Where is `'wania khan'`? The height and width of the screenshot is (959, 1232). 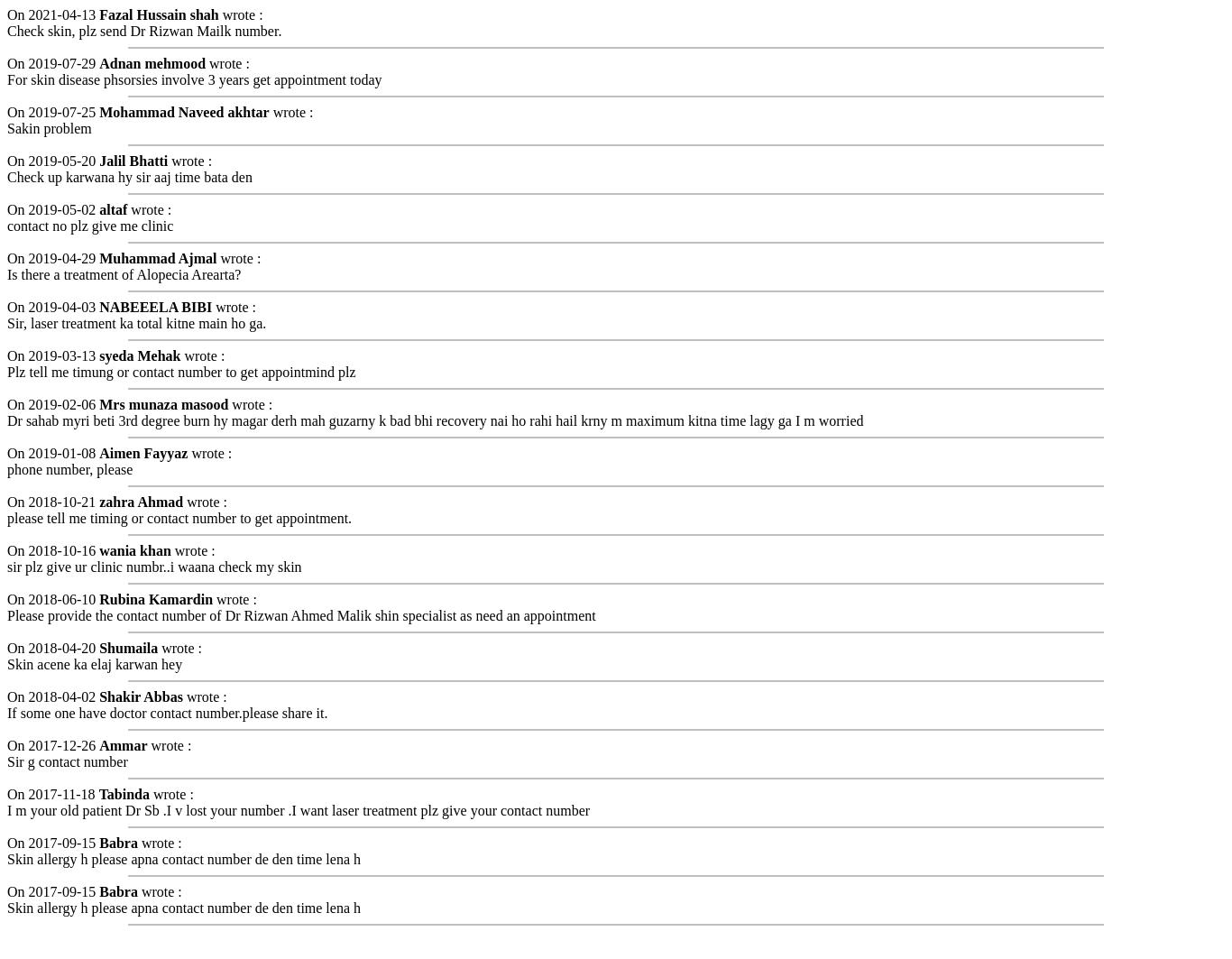
'wania khan' is located at coordinates (133, 549).